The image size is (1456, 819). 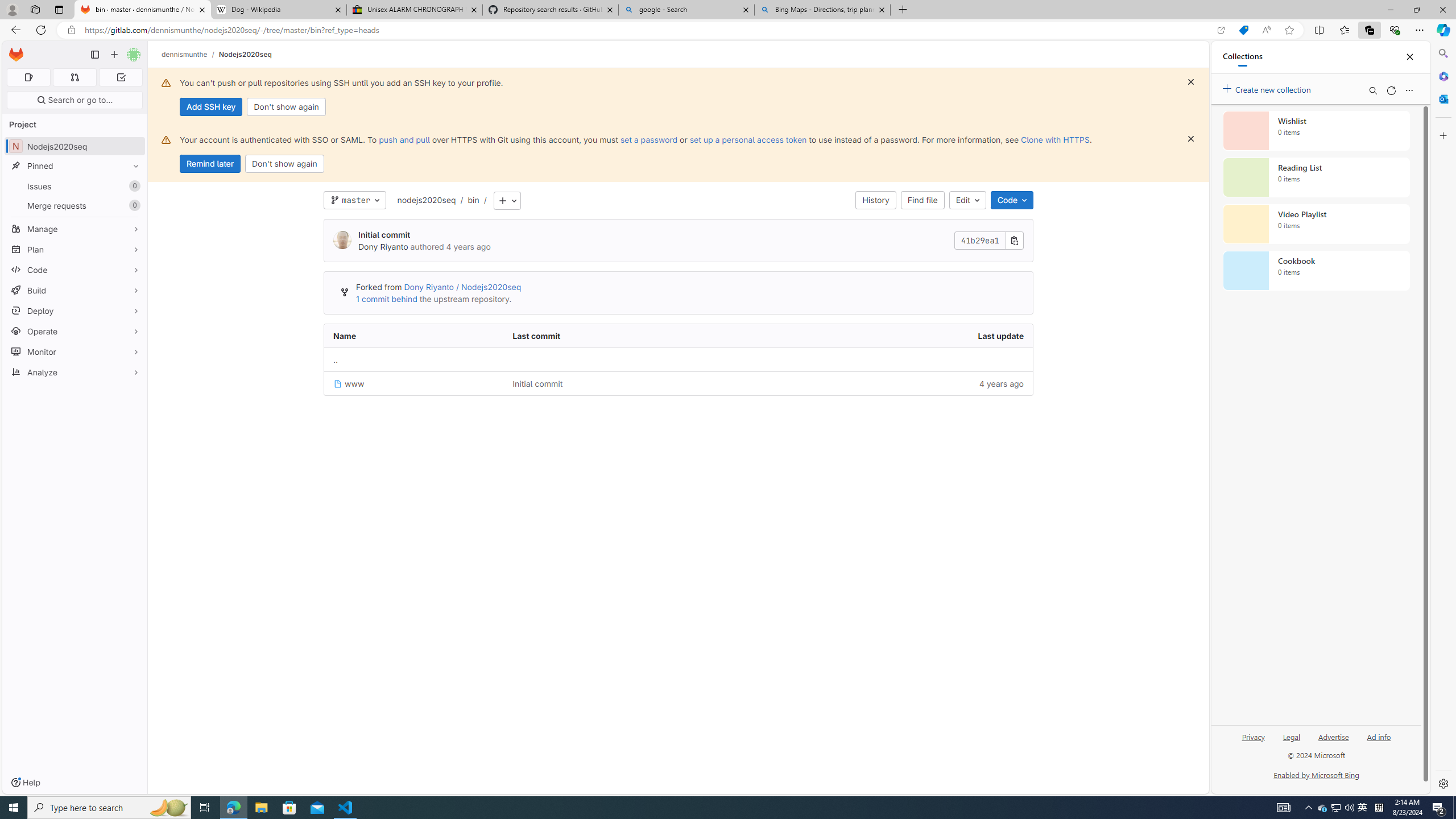 What do you see at coordinates (1220, 30) in the screenshot?
I see `'Open in app'` at bounding box center [1220, 30].